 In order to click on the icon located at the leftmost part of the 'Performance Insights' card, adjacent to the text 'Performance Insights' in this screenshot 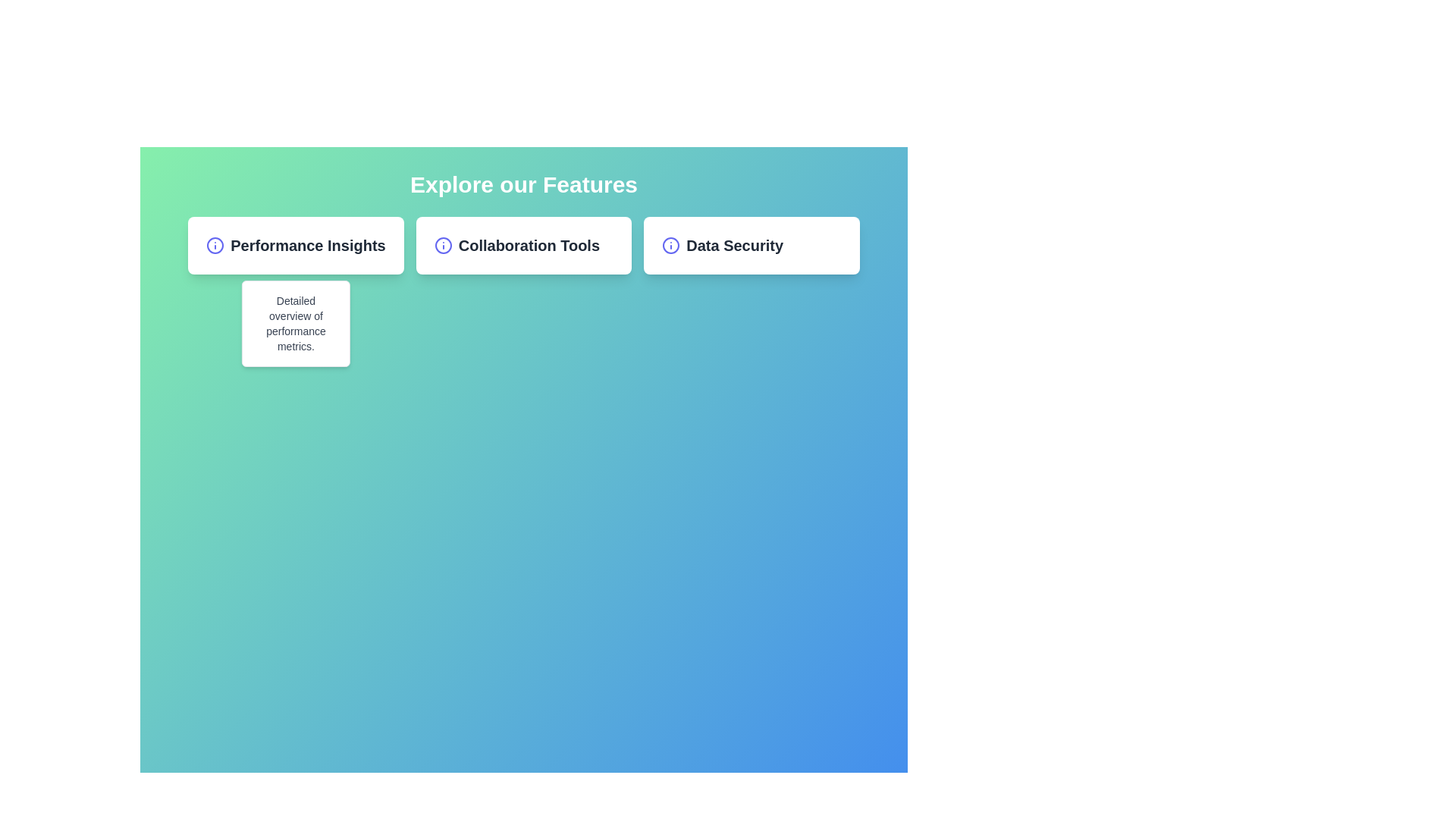, I will do `click(214, 245)`.